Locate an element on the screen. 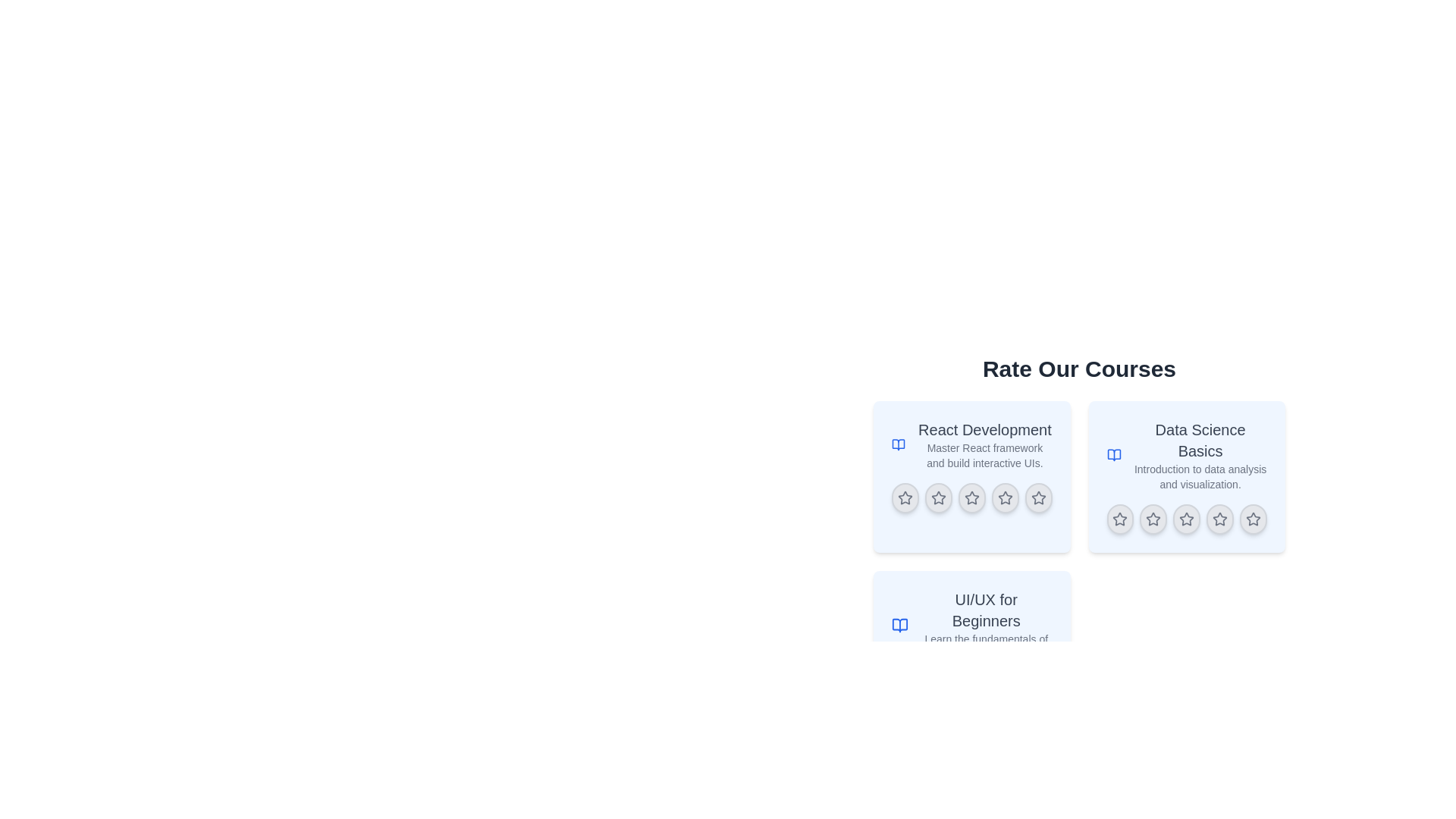 This screenshot has width=1456, height=819. the 'React Development' label displayed in bold dark gray text at the top-left corner of the first course card is located at coordinates (984, 430).